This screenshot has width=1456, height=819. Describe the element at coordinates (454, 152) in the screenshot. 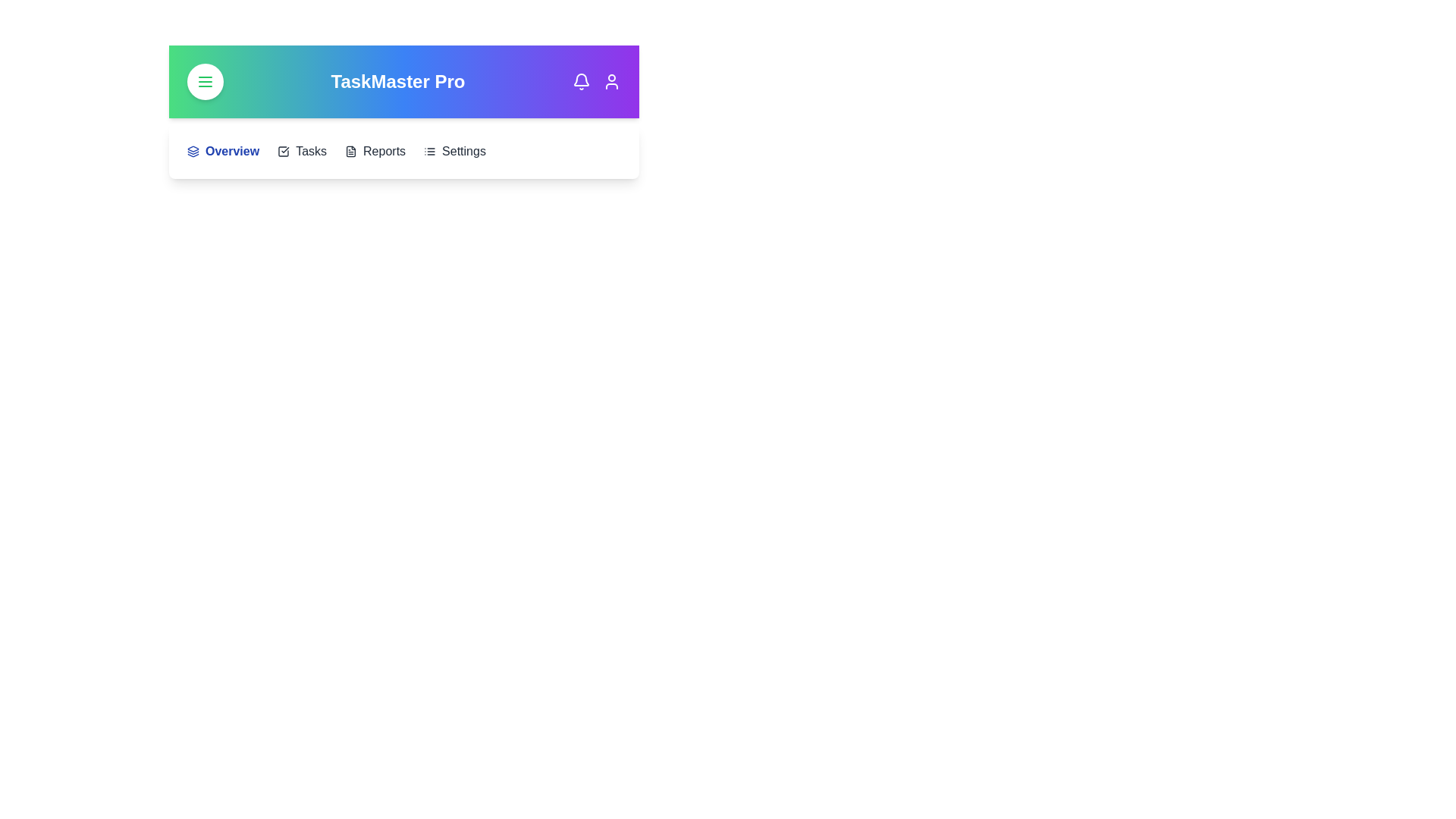

I see `the tab Settings from the navigation bar` at that location.